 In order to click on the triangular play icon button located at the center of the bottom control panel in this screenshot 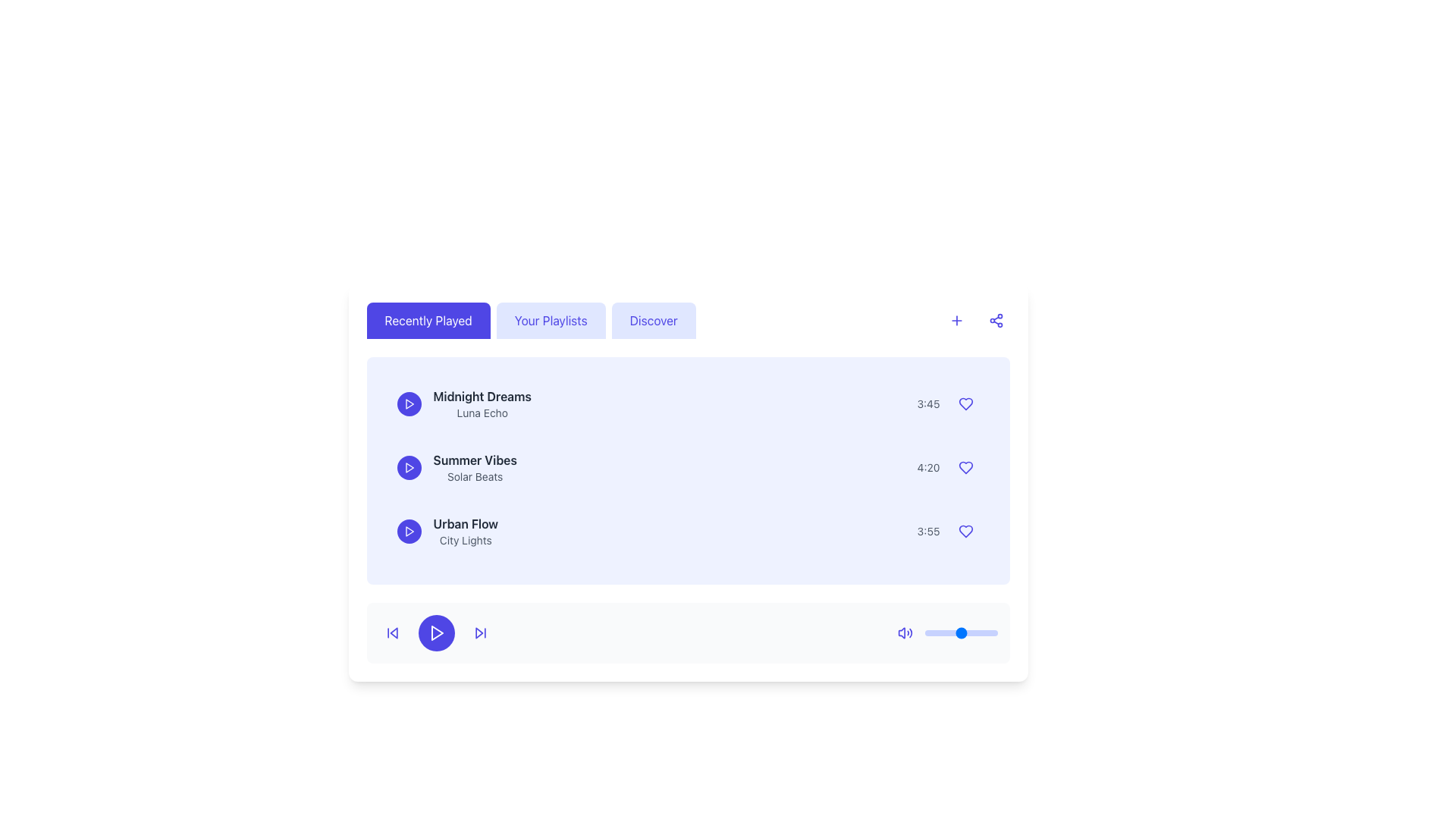, I will do `click(435, 632)`.